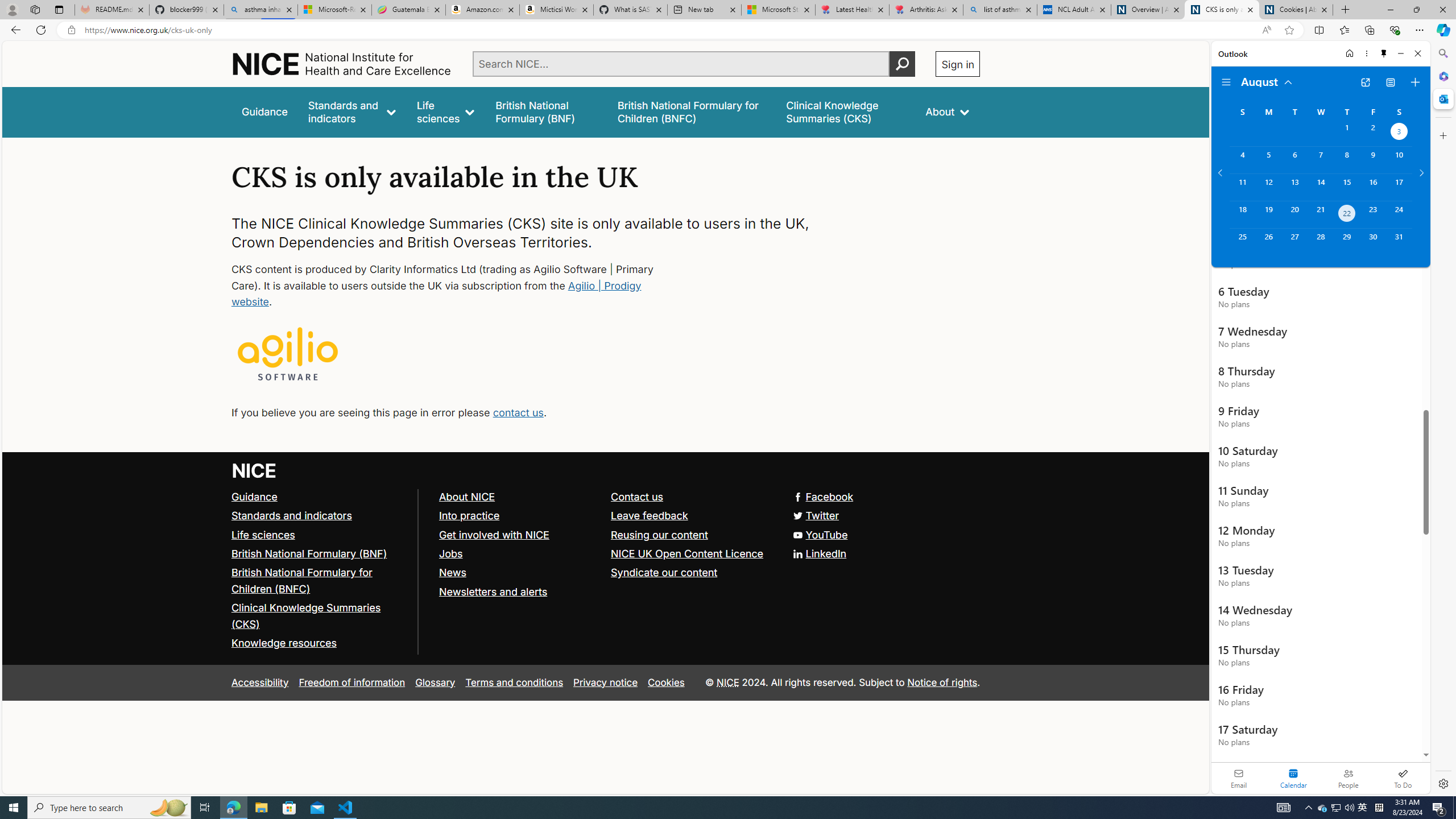 The width and height of the screenshot is (1456, 819). Describe the element at coordinates (519, 516) in the screenshot. I see `'Into practice'` at that location.